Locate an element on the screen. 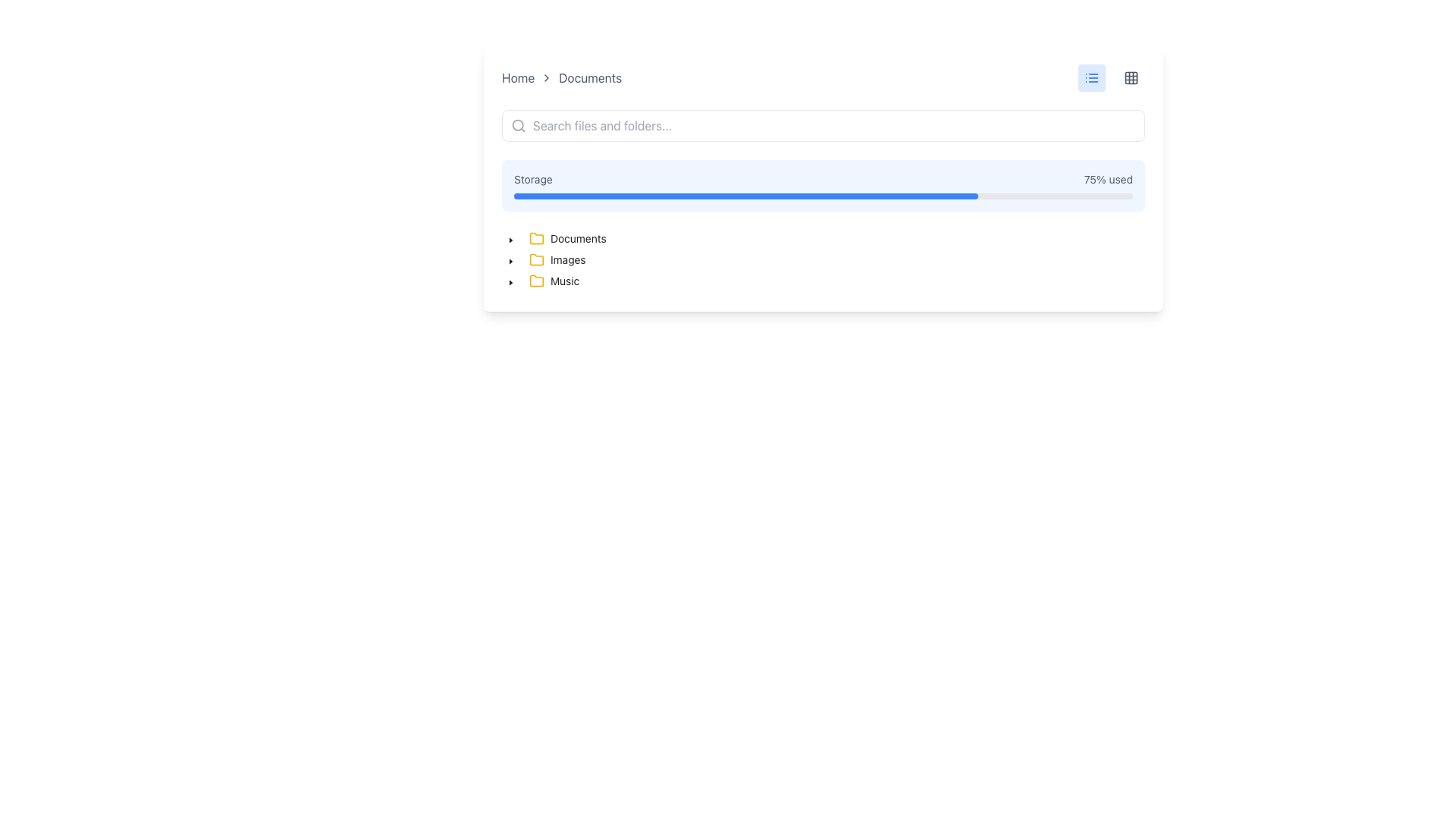  the 'Images' directory icon in the file browser interface, located next to the 'Documents' and 'Music' icons is located at coordinates (537, 259).